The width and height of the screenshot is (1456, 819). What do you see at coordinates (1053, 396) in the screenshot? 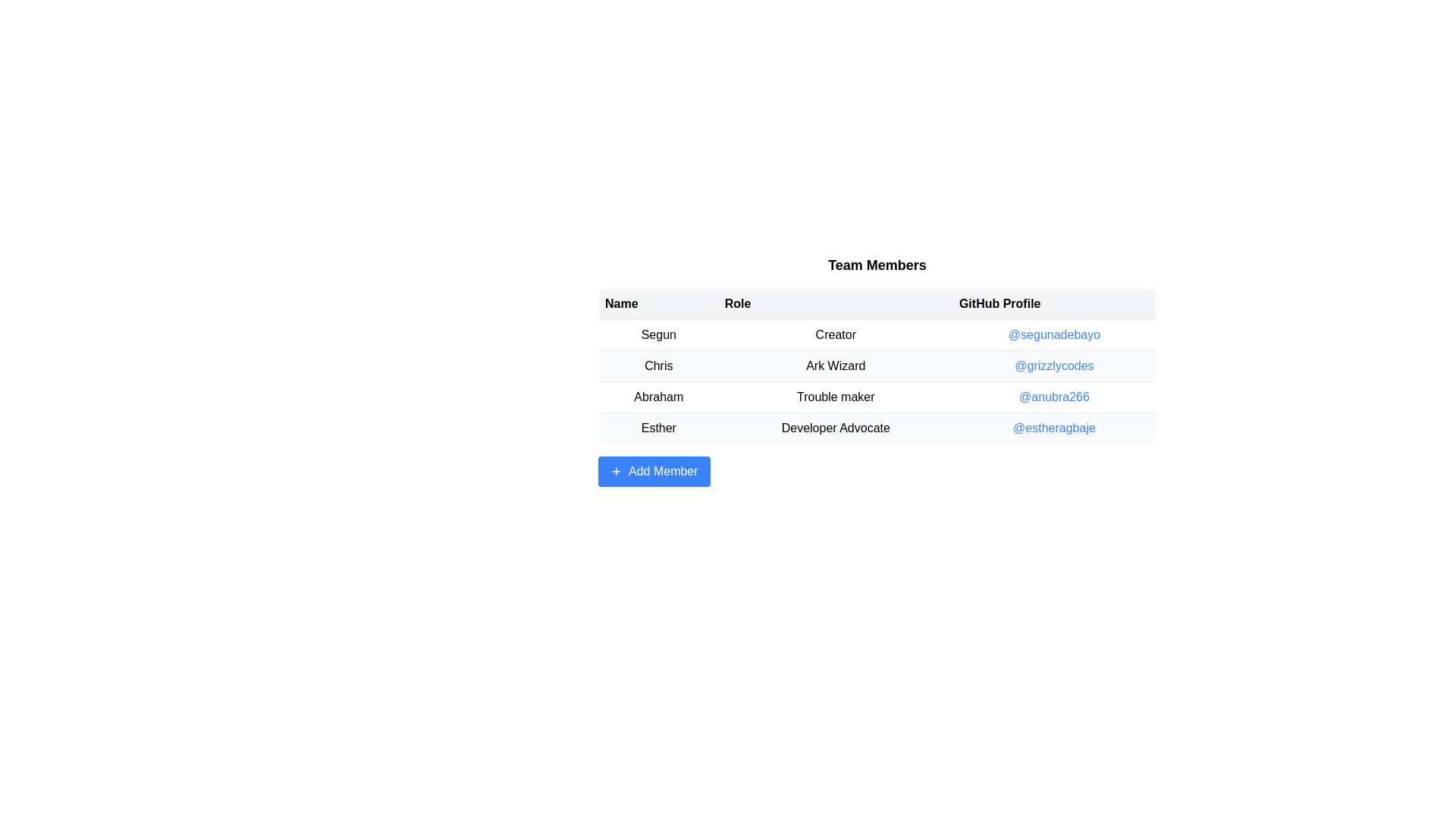
I see `the text link displaying '@anubra266' in the 'GitHub Profile' column of the table` at bounding box center [1053, 396].